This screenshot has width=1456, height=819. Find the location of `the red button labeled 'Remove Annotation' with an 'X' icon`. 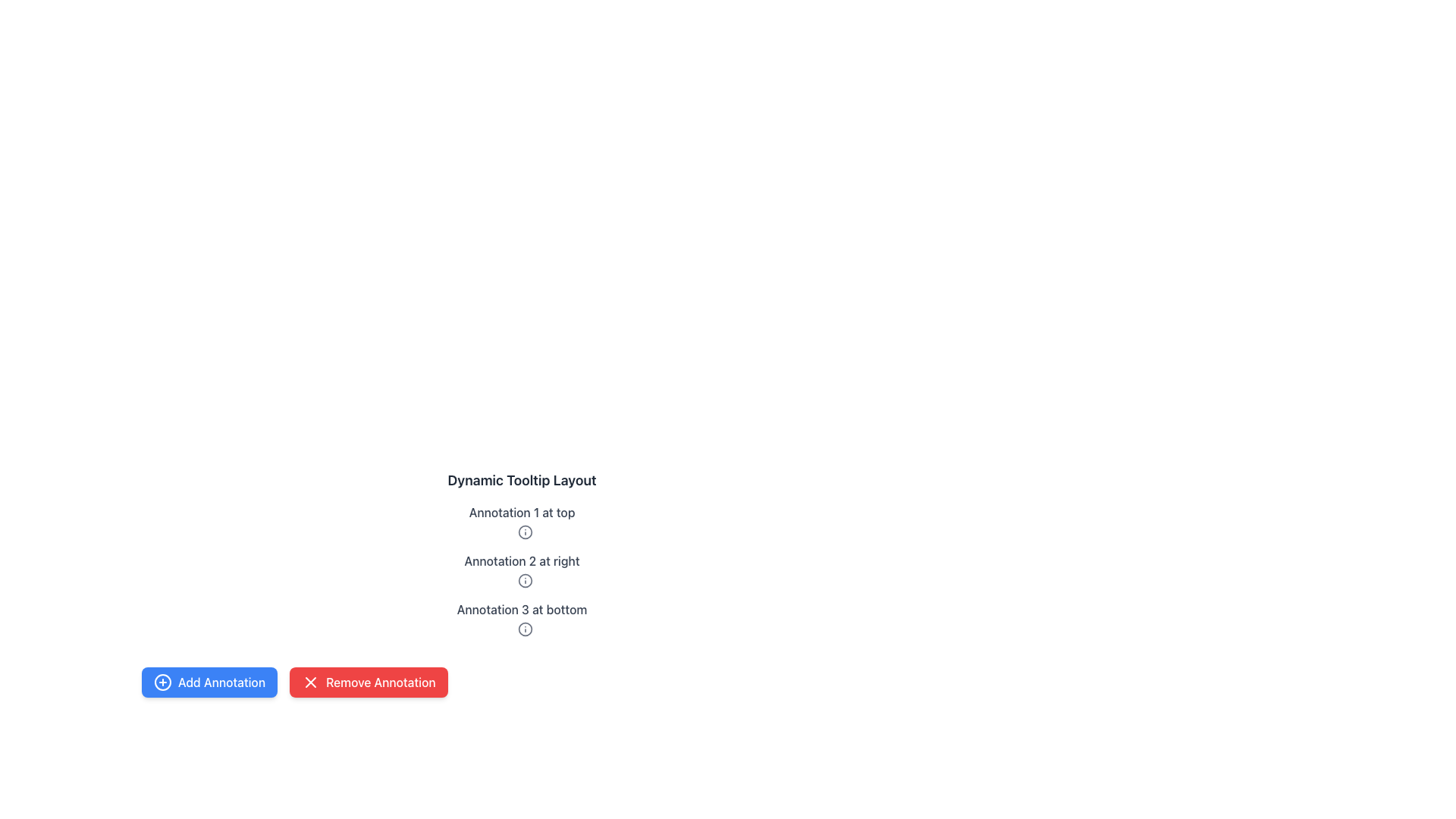

the red button labeled 'Remove Annotation' with an 'X' icon is located at coordinates (369, 681).